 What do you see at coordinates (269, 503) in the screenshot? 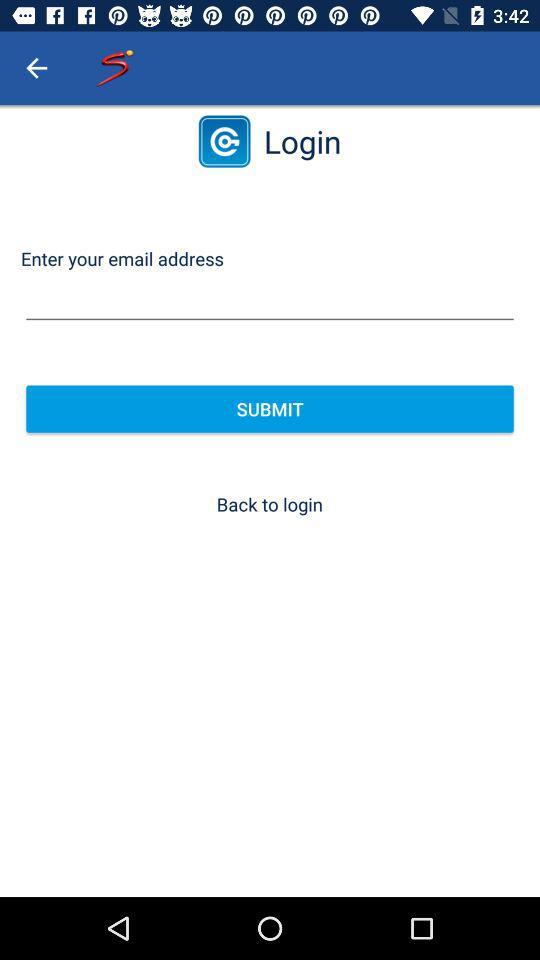
I see `item below the submit` at bounding box center [269, 503].